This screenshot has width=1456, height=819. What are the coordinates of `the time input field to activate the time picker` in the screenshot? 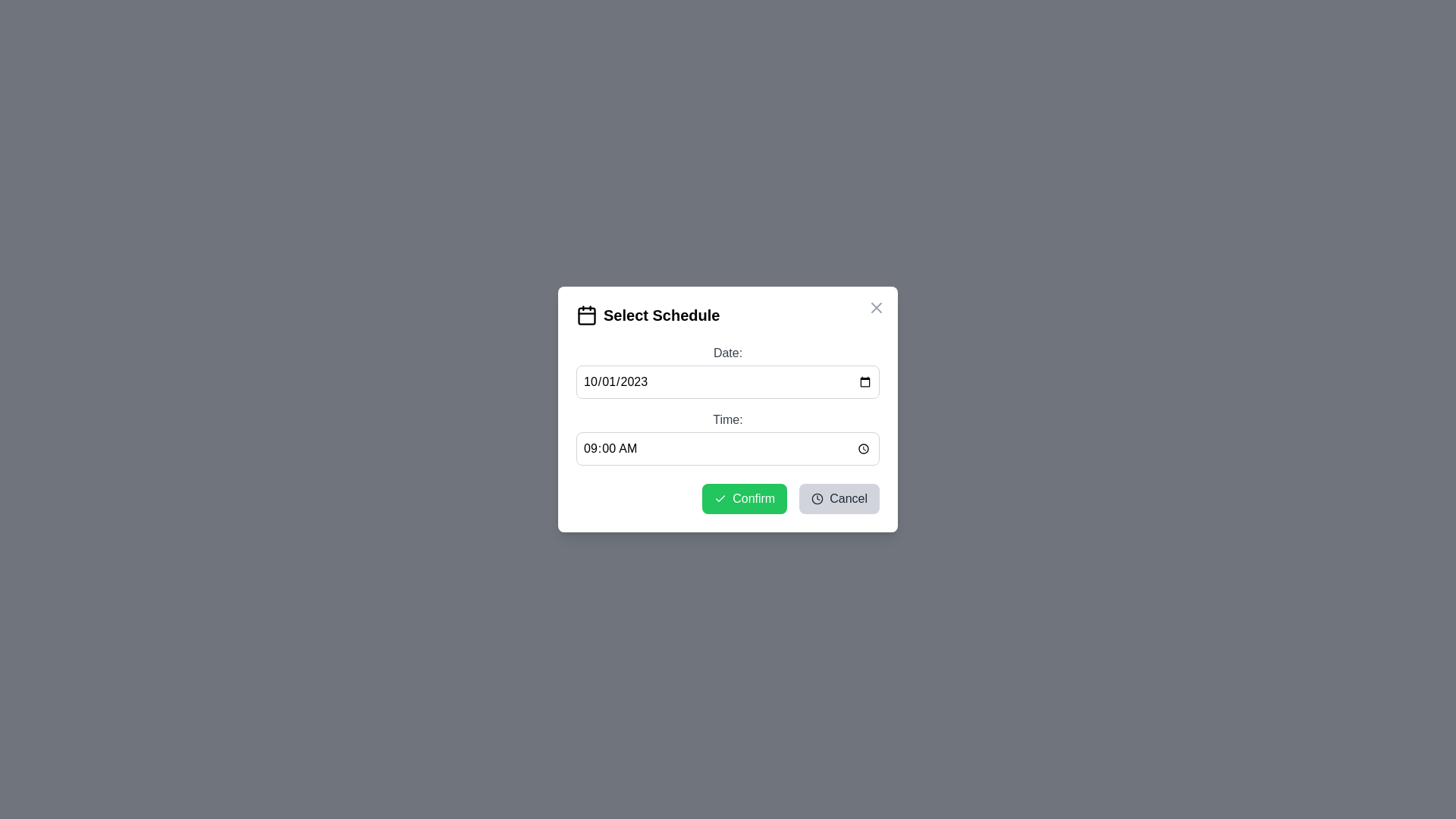 It's located at (728, 447).